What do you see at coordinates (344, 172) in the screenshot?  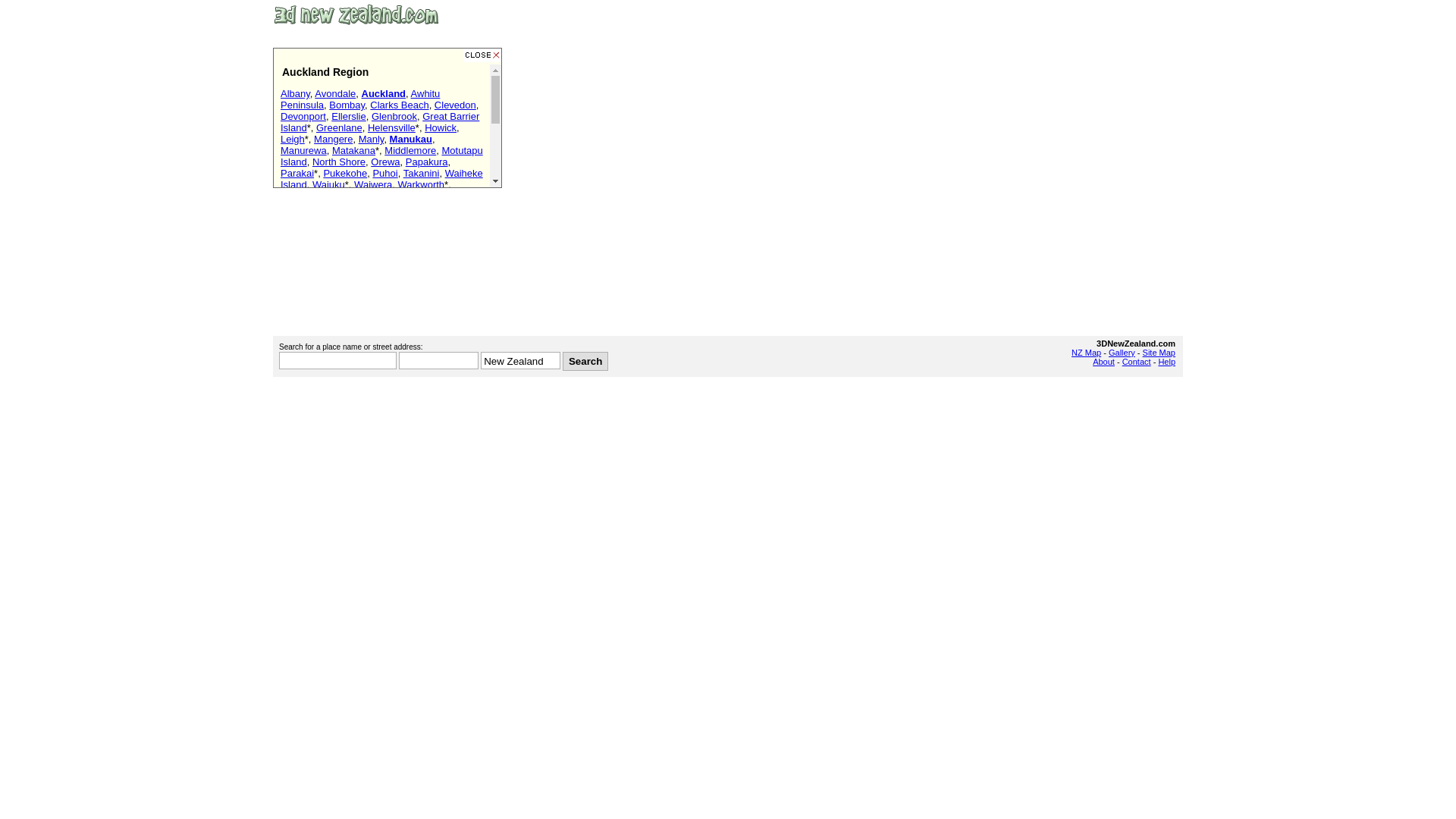 I see `'Pukekohe'` at bounding box center [344, 172].